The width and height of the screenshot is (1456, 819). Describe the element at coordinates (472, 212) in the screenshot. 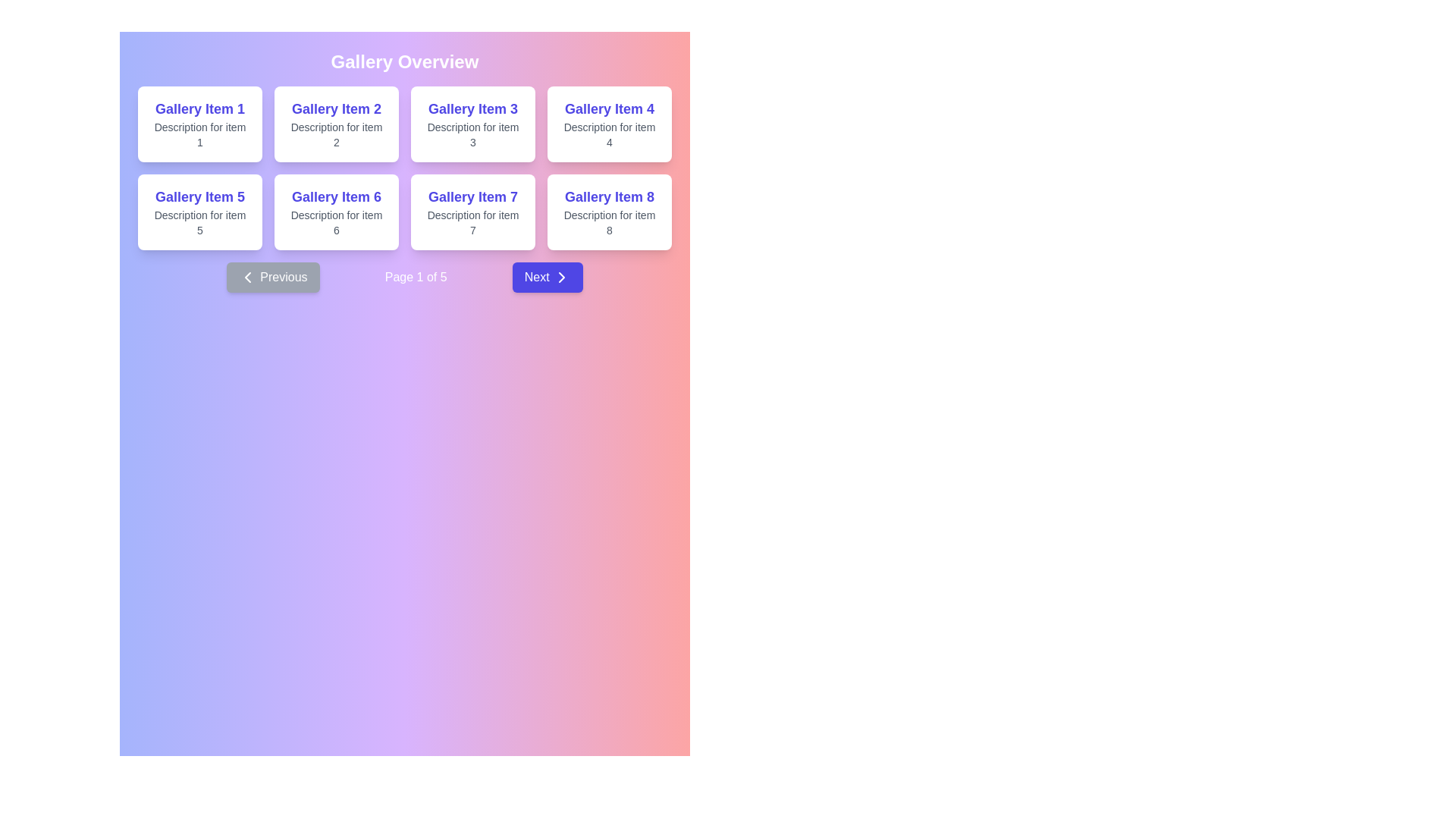

I see `the card displaying 'Gallery Item 7' with a white background and rounded corners, located in the second row, third column of the grid layout` at that location.